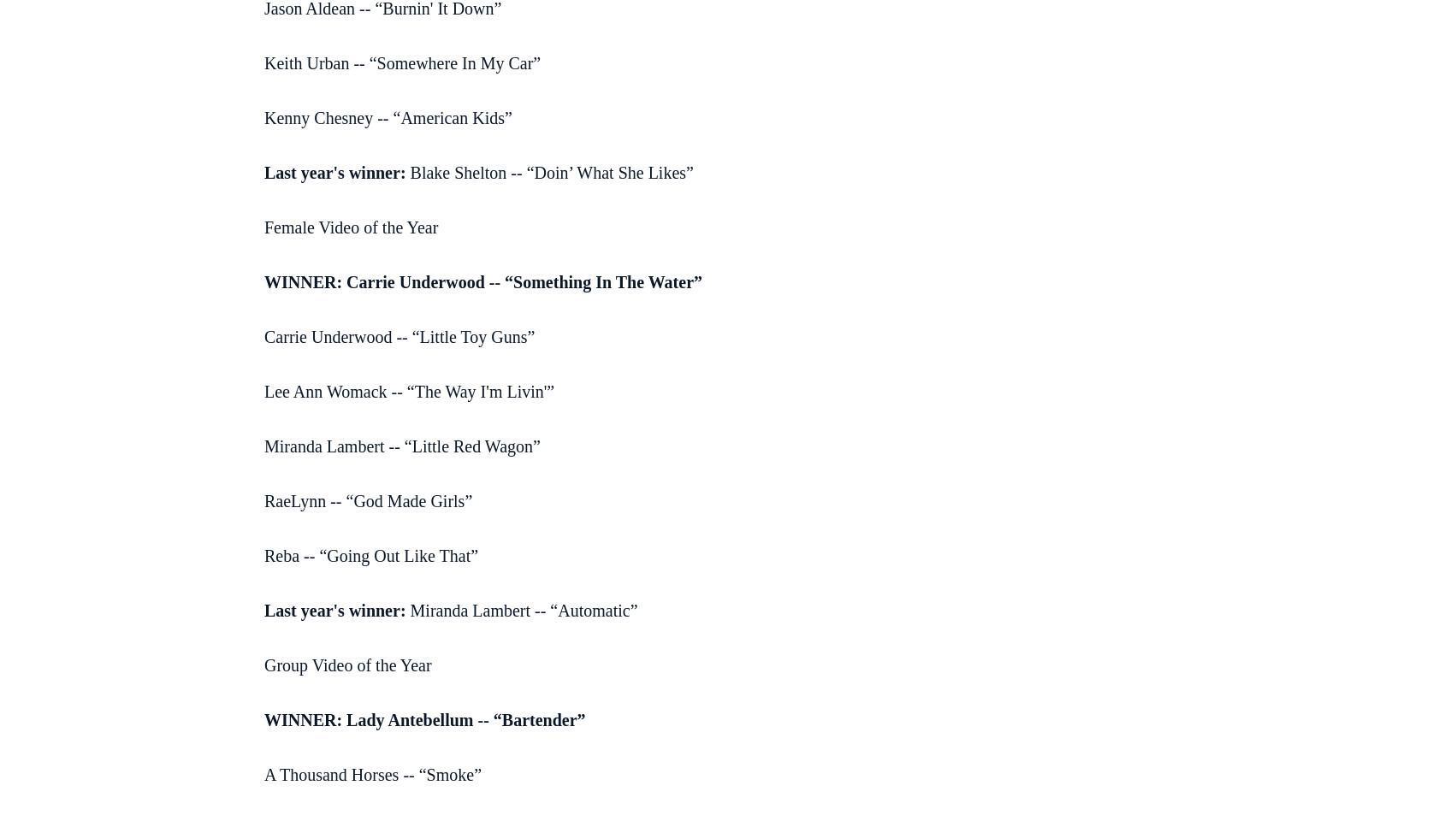  Describe the element at coordinates (367, 500) in the screenshot. I see `'RaeLynn -- “God Made Girls”'` at that location.